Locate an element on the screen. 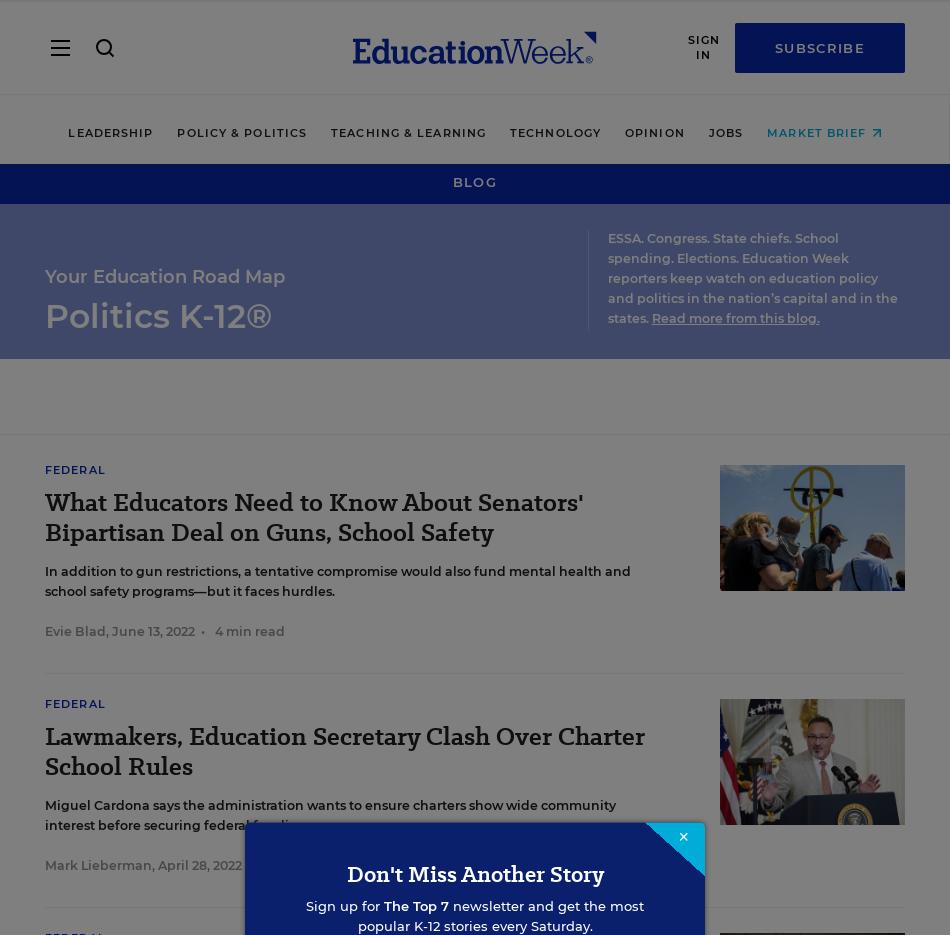 This screenshot has height=935, width=950. 'Newsletters' is located at coordinates (45, 854).